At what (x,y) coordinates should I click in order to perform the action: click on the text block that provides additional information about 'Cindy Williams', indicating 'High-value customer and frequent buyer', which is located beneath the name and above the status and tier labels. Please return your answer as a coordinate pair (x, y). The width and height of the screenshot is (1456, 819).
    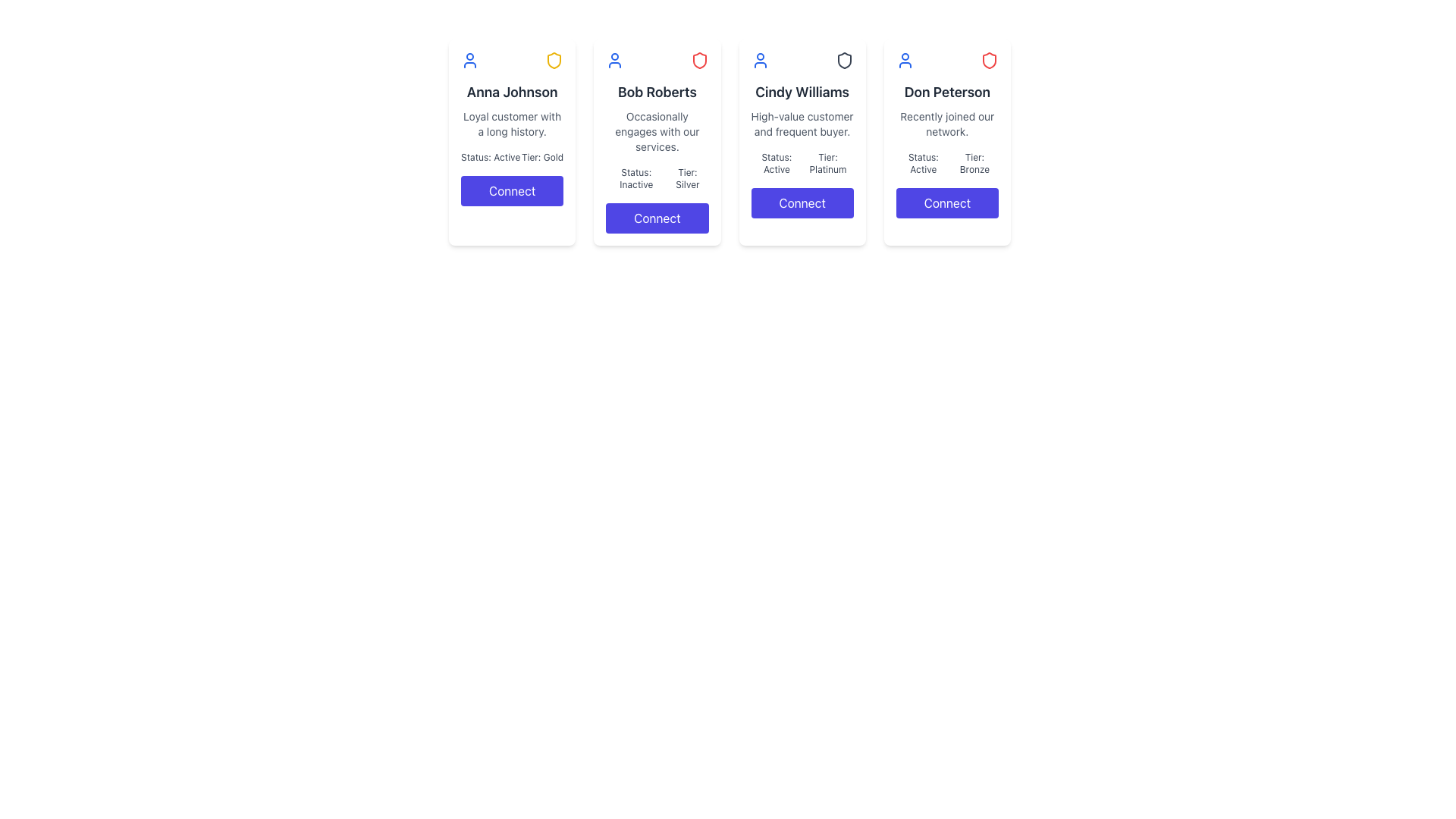
    Looking at the image, I should click on (802, 124).